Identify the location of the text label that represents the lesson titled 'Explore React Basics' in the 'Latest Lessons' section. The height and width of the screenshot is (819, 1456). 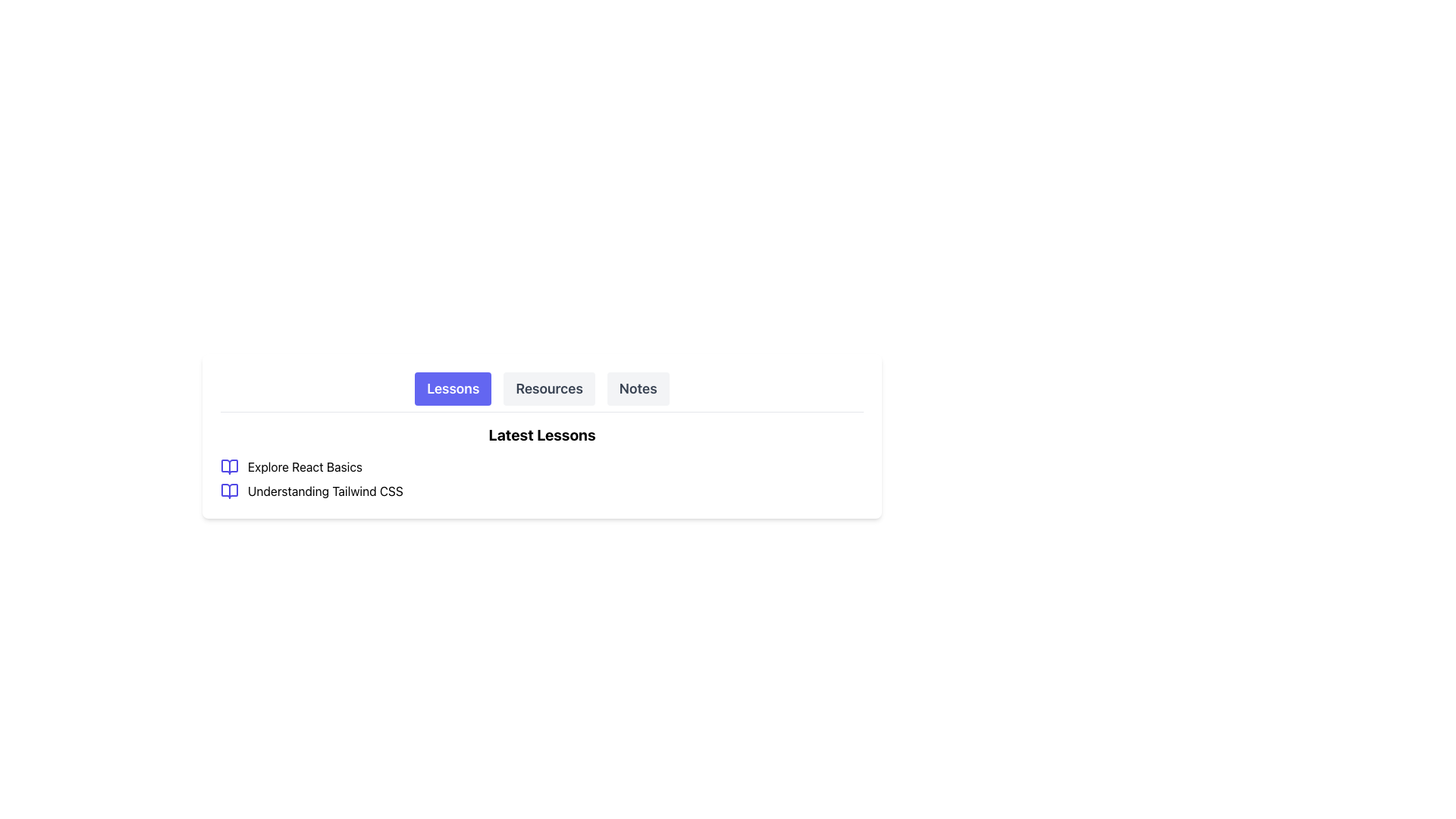
(304, 466).